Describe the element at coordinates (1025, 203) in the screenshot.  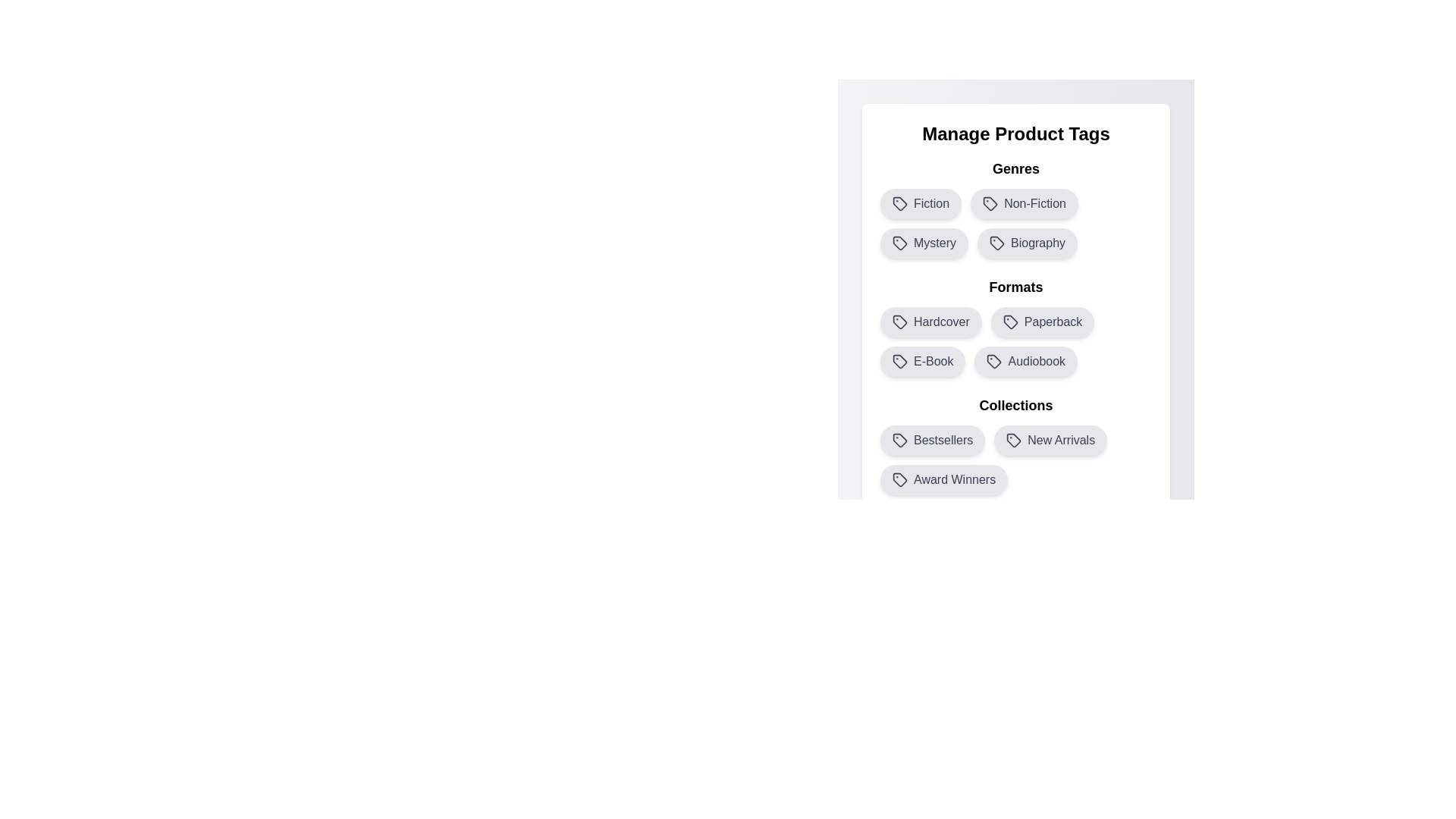
I see `the 'Non-Fiction' interactive button in the Genres section` at that location.